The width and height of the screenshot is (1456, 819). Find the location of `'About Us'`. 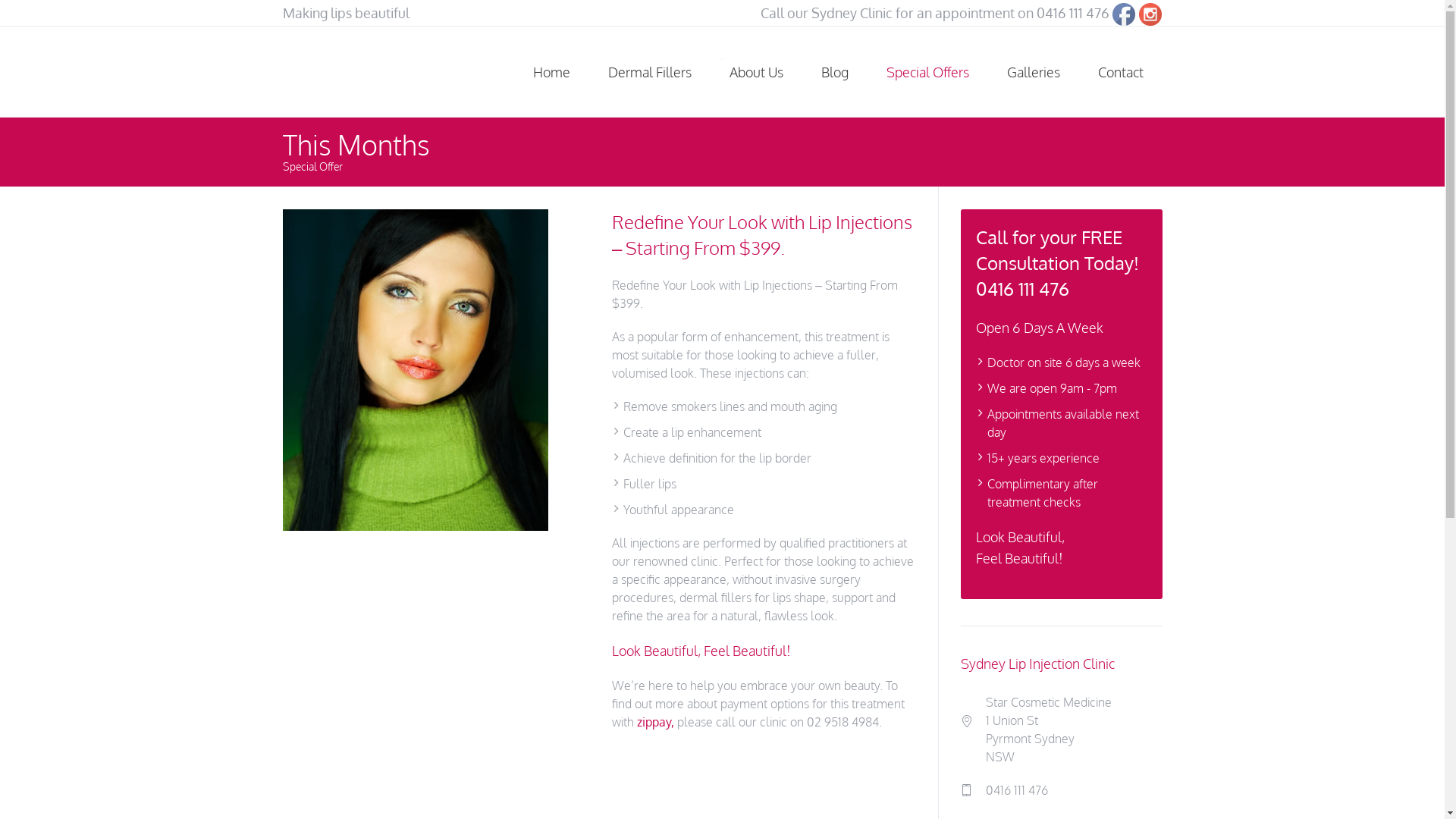

'About Us' is located at coordinates (755, 72).